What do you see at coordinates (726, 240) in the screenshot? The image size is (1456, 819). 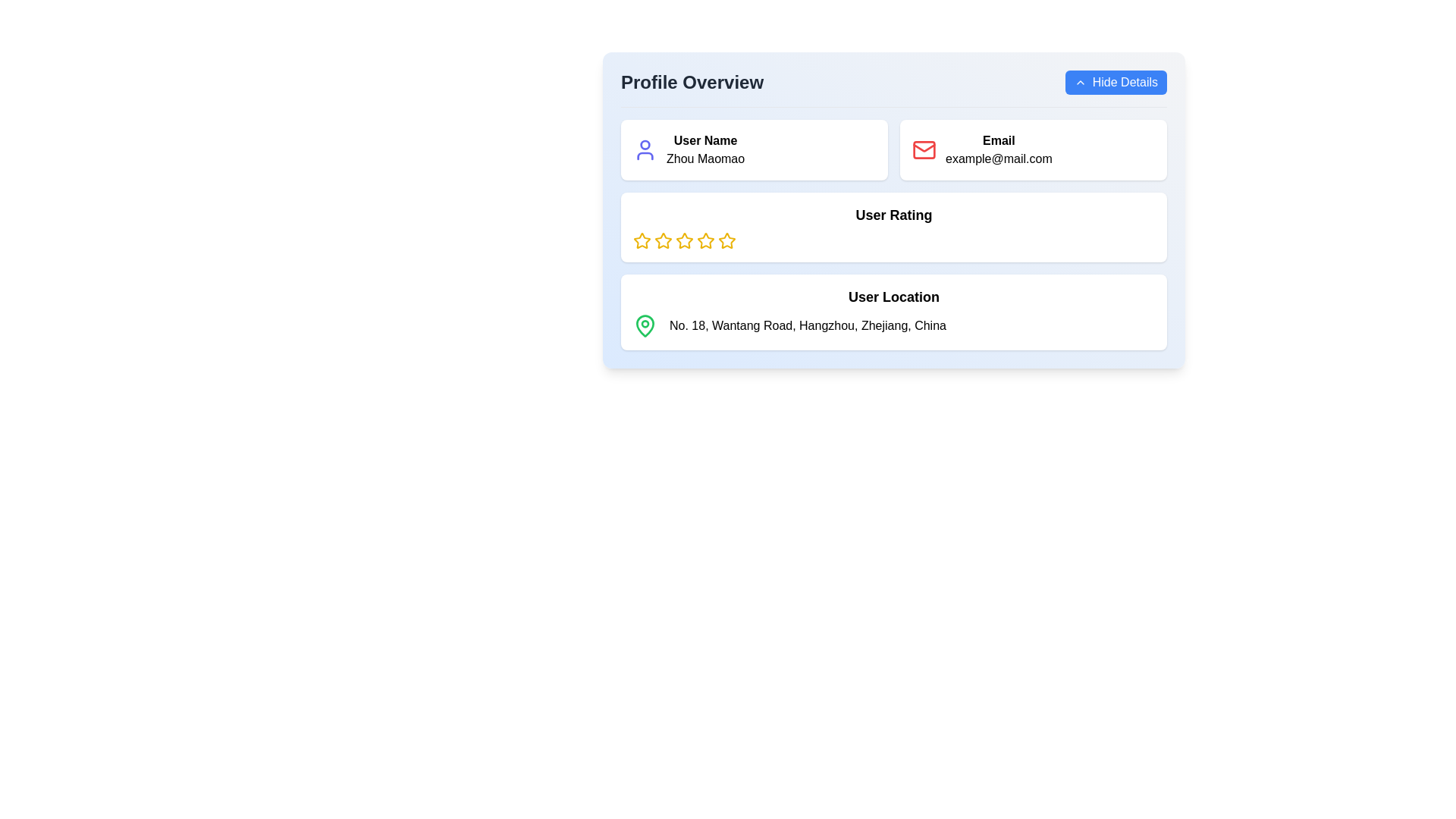 I see `the fifth yellow star icon in the 'User Rating' section under the 'Profile Overview' heading to represent a user rating` at bounding box center [726, 240].